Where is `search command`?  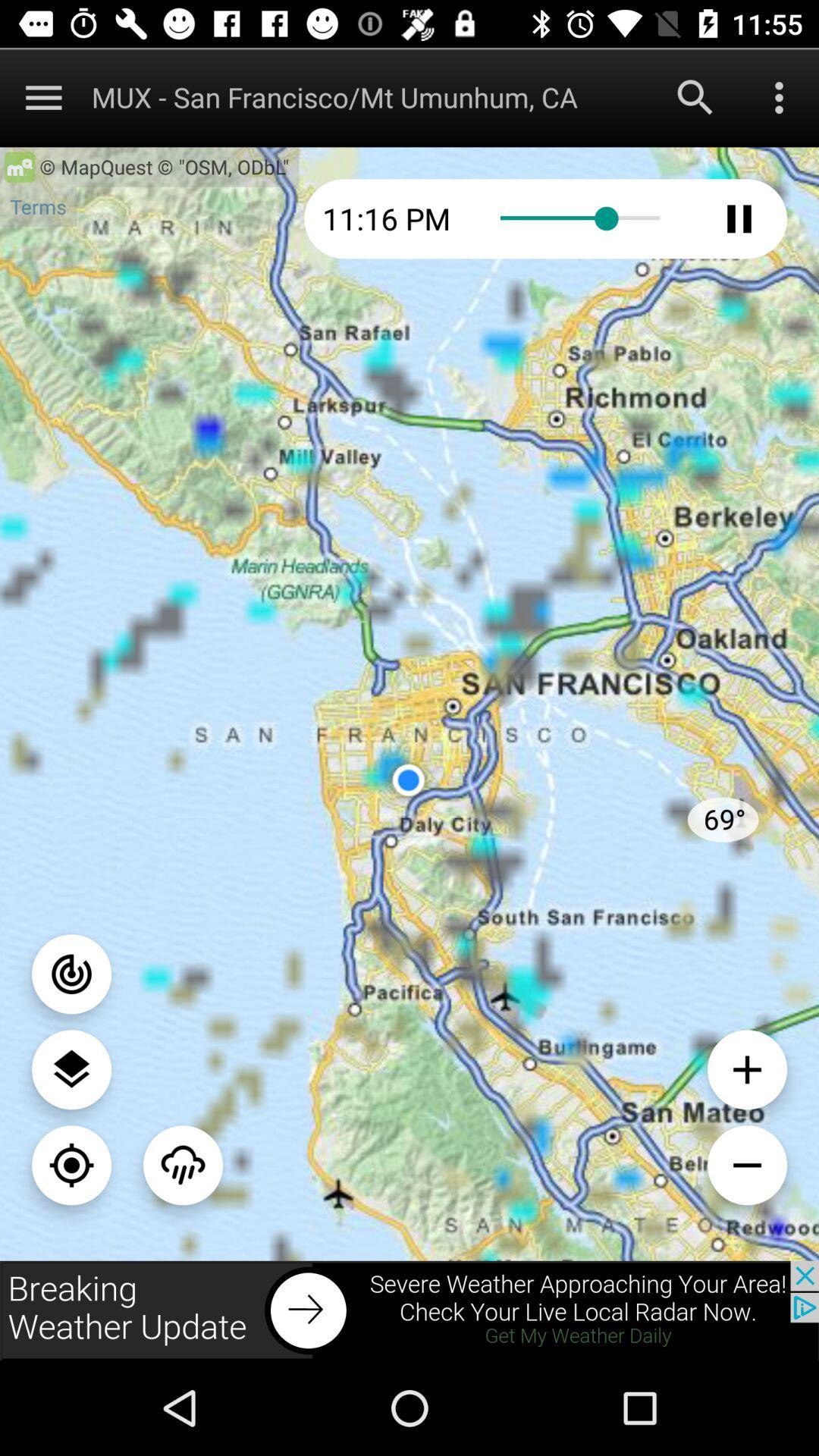
search command is located at coordinates (695, 96).